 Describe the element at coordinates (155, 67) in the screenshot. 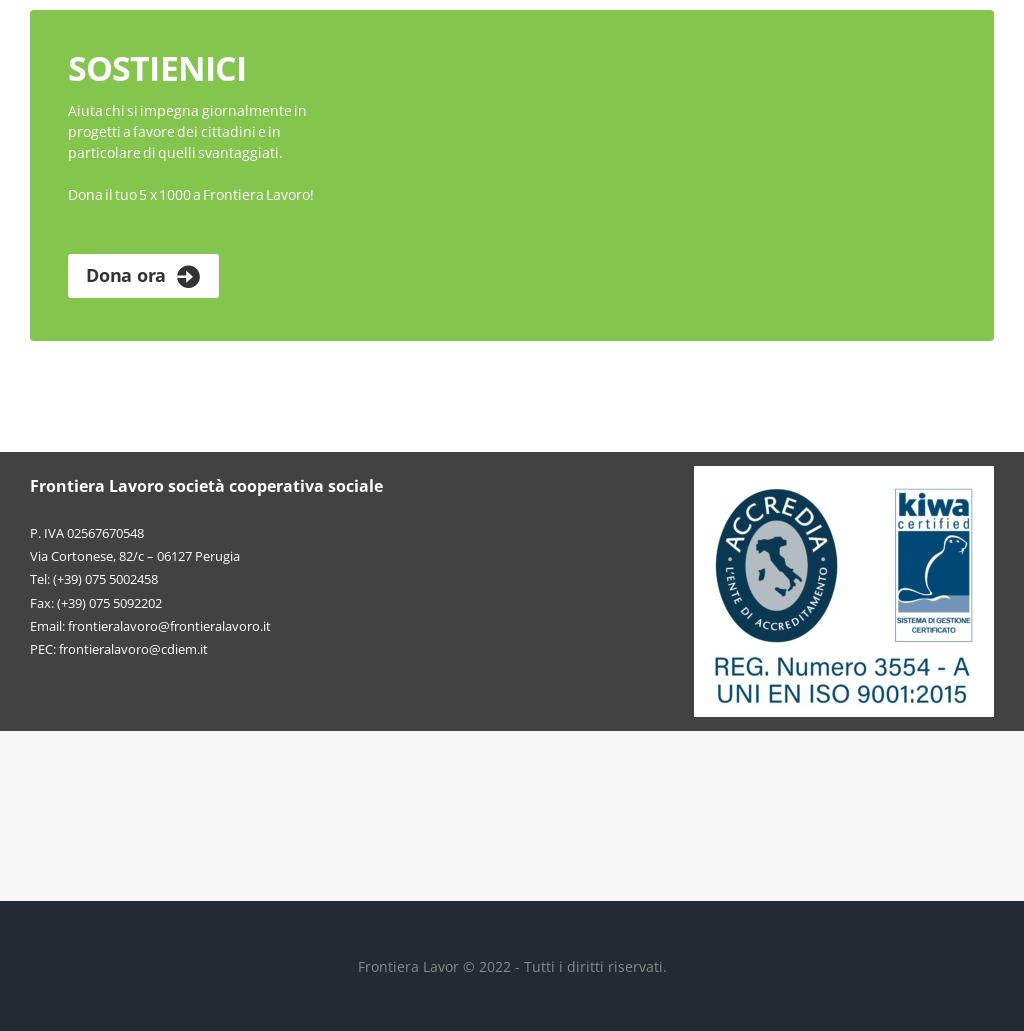

I see `'Sostienici'` at that location.